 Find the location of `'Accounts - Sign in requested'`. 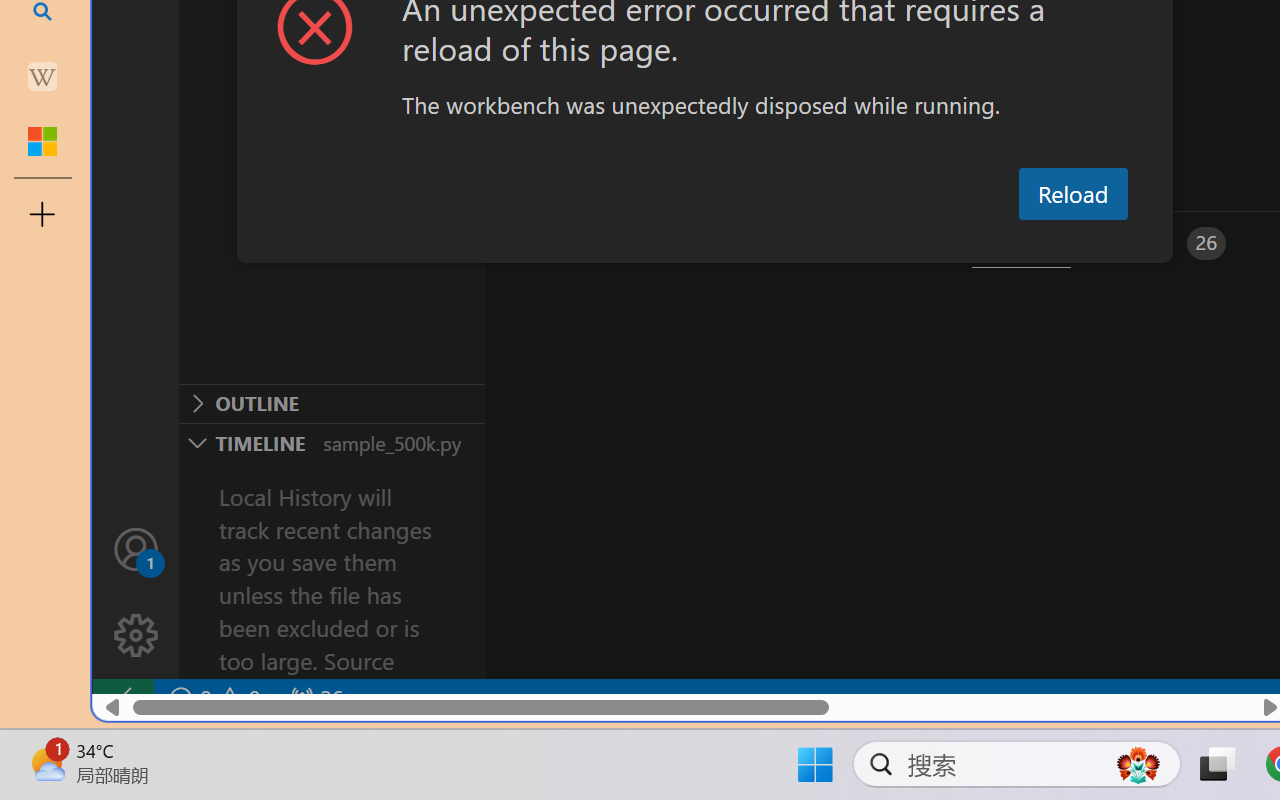

'Accounts - Sign in requested' is located at coordinates (134, 548).